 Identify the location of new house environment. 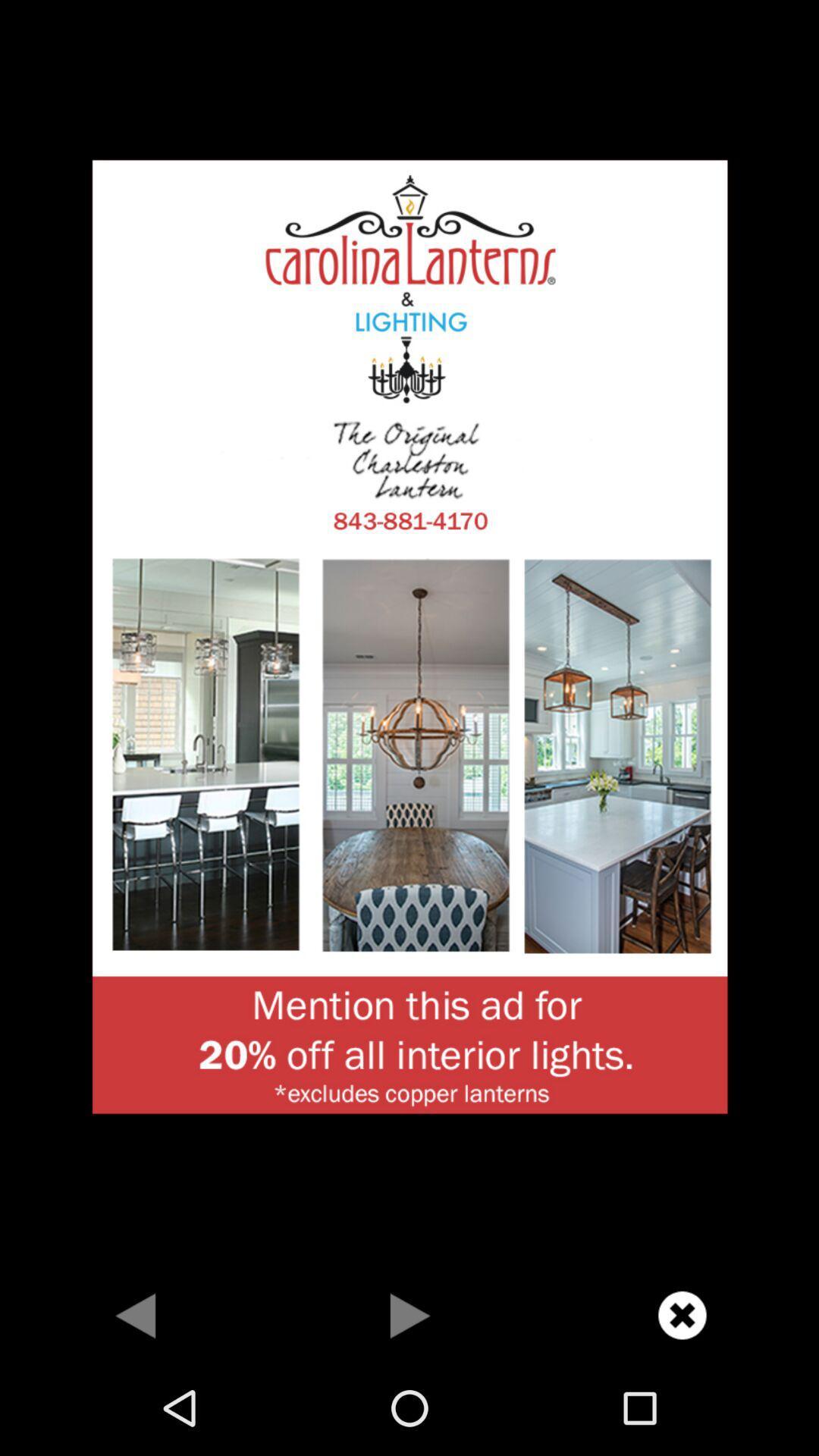
(409, 635).